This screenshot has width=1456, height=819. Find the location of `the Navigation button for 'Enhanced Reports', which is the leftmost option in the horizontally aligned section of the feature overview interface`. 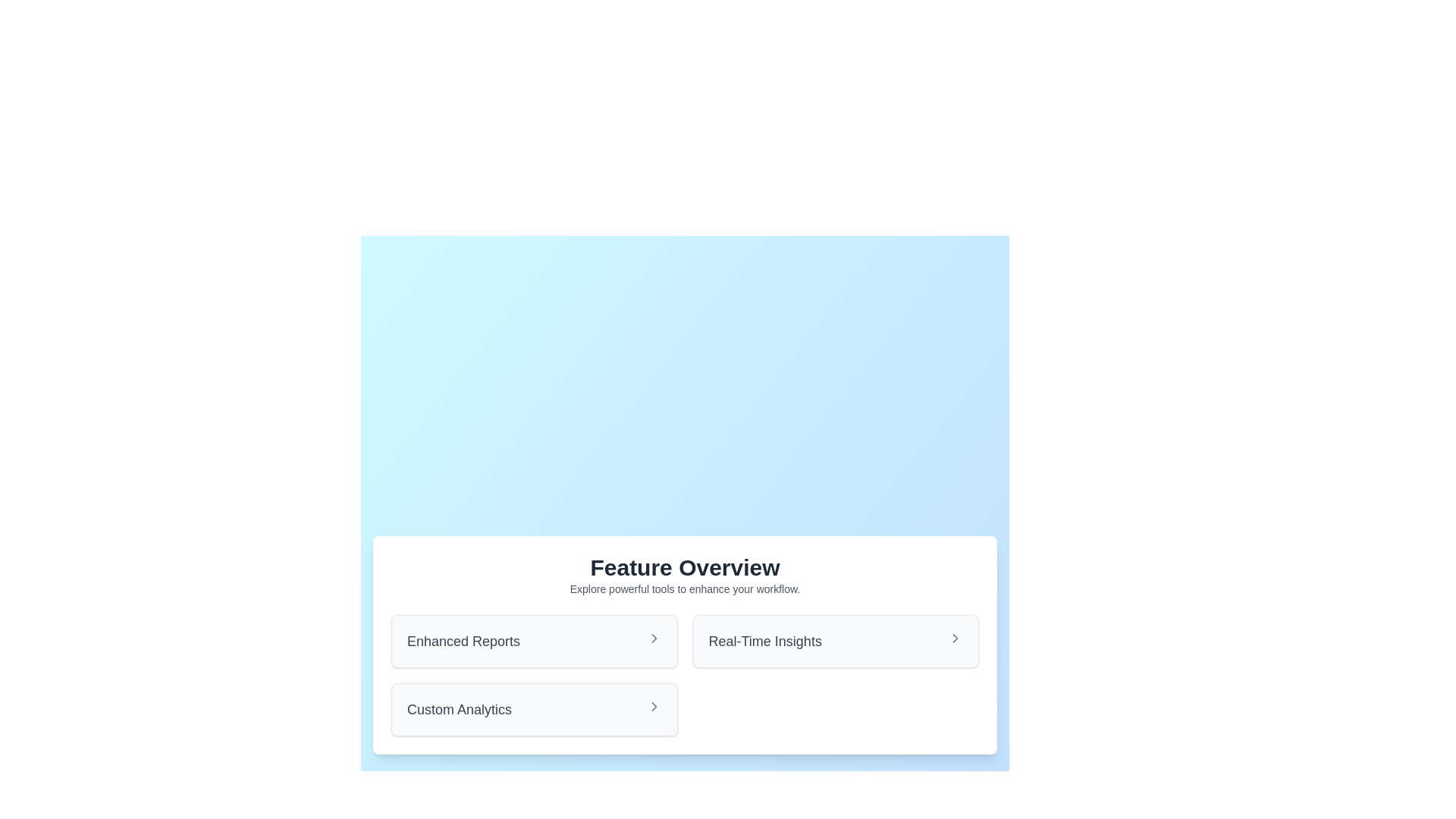

the Navigation button for 'Enhanced Reports', which is the leftmost option in the horizontally aligned section of the feature overview interface is located at coordinates (534, 641).